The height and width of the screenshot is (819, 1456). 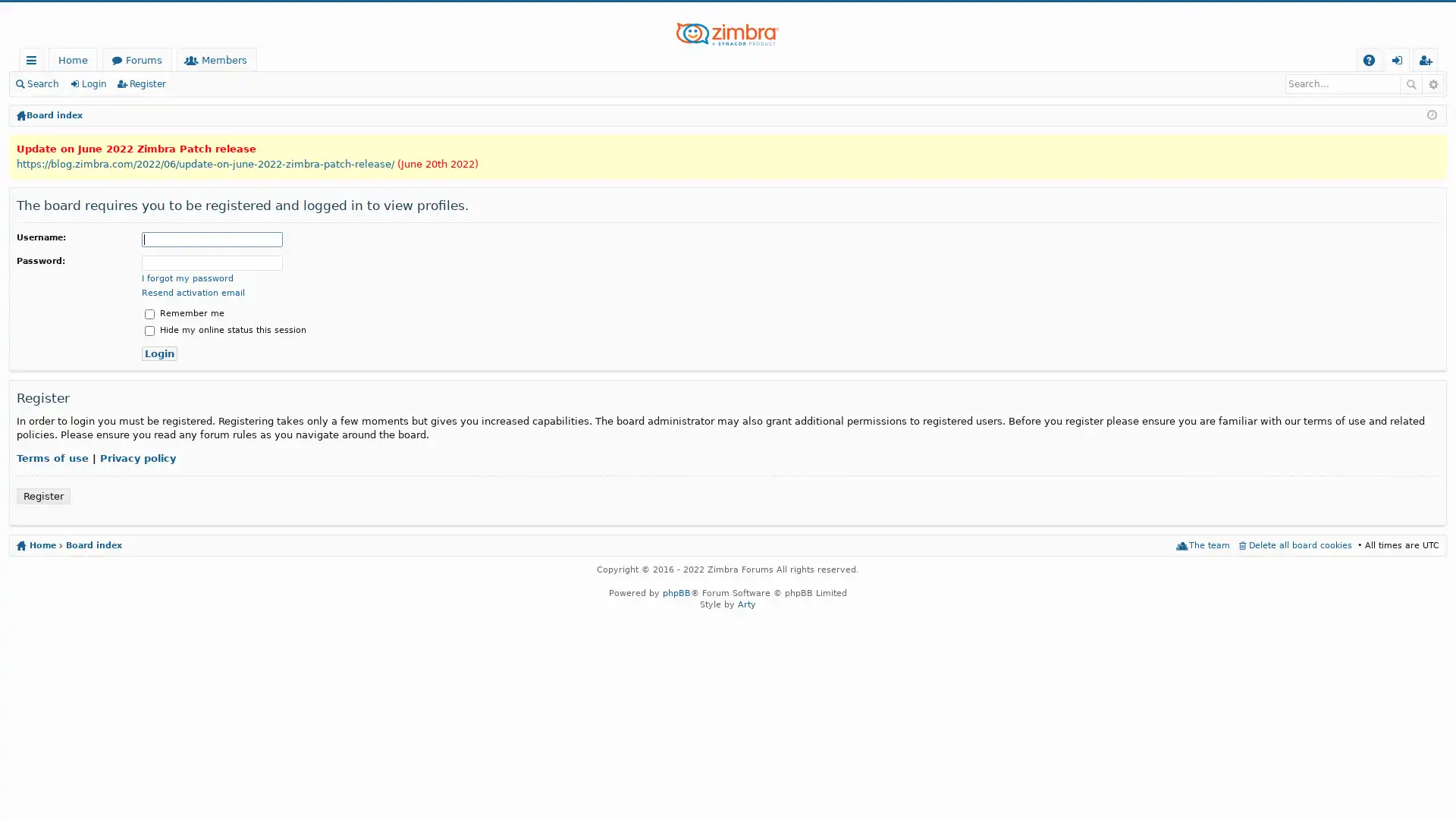 I want to click on Search, so click(x=1410, y=84).